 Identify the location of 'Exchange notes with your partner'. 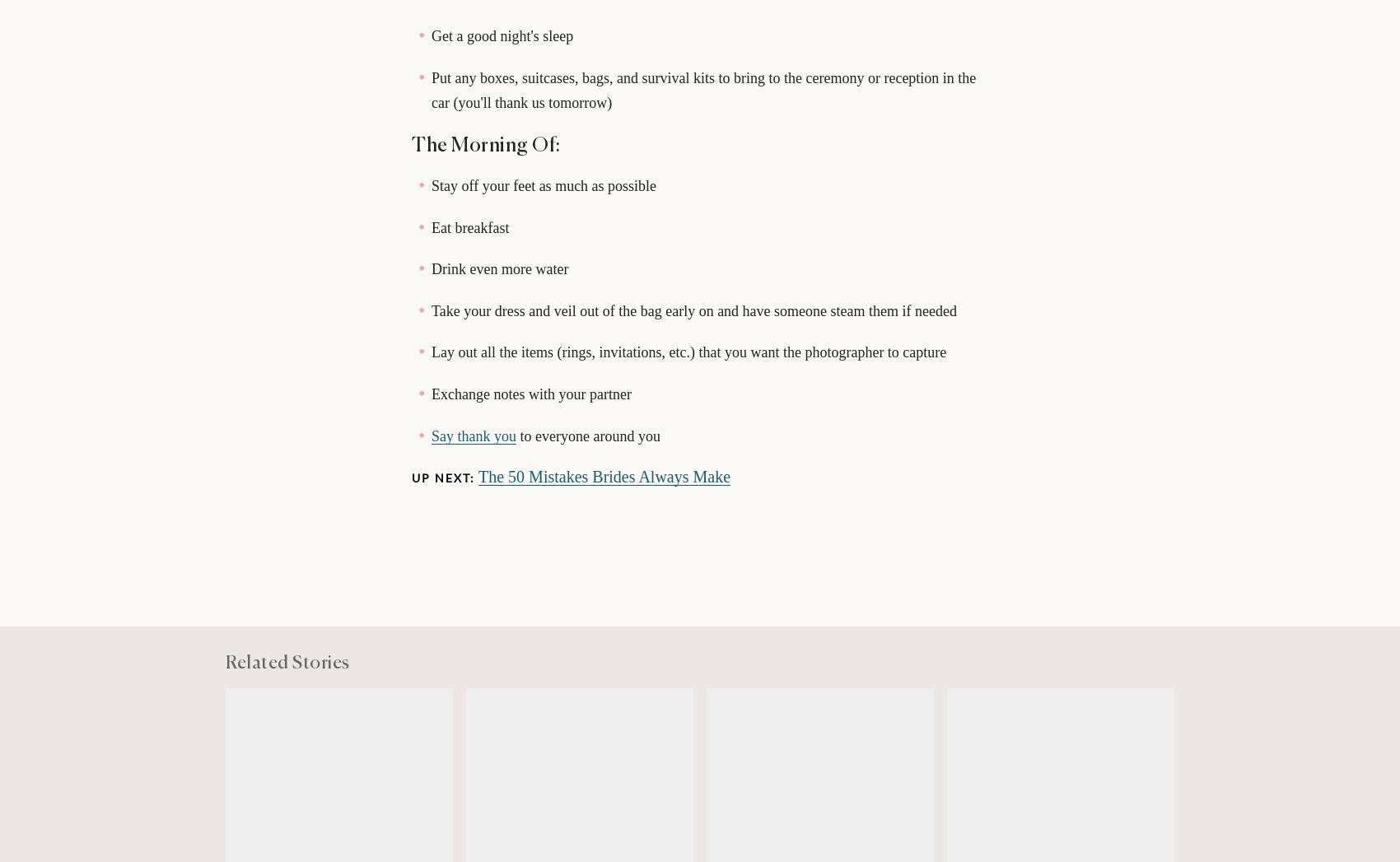
(530, 392).